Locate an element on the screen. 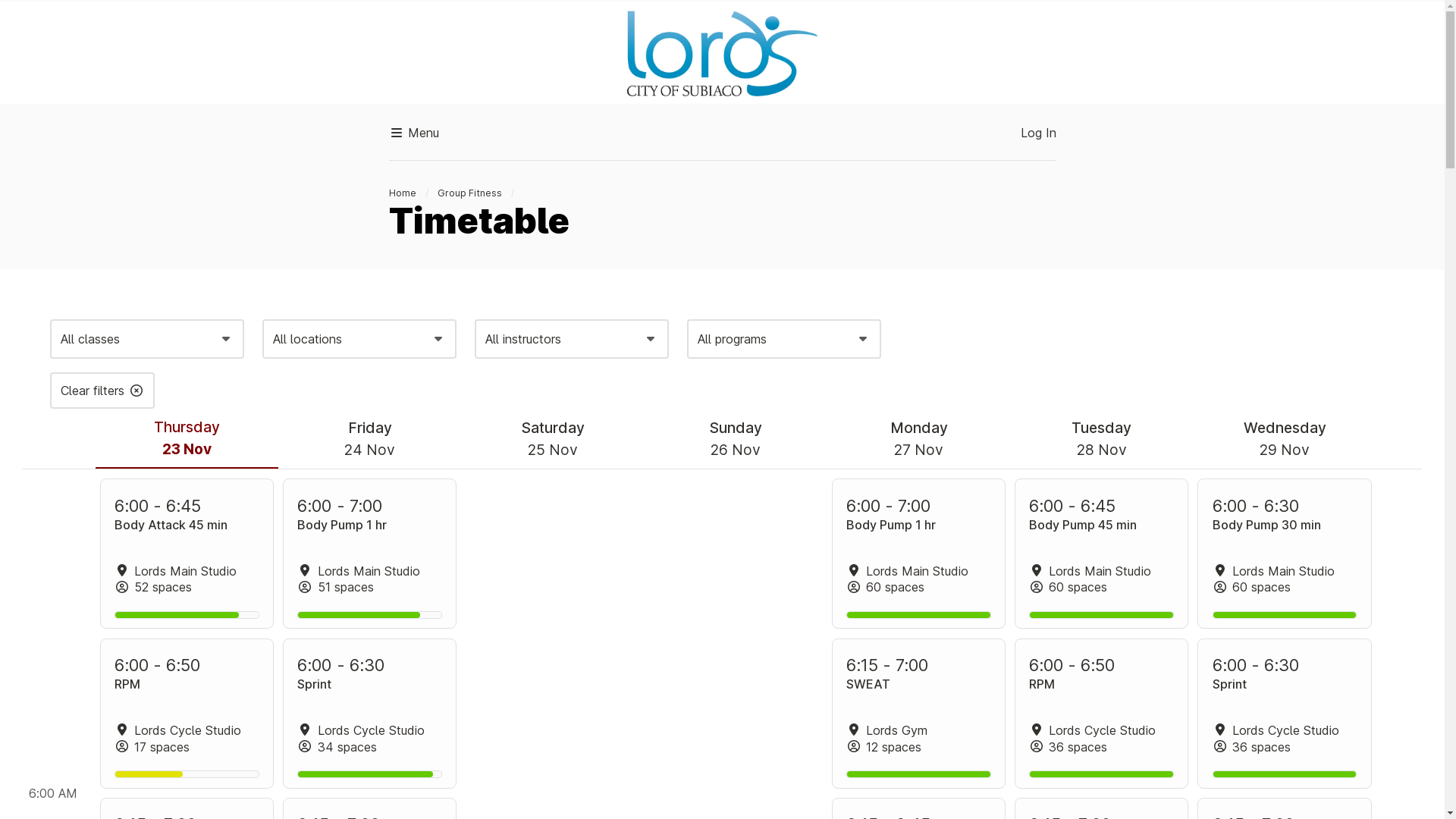 Image resolution: width=1456 pixels, height=819 pixels. '85%' is located at coordinates (369, 614).